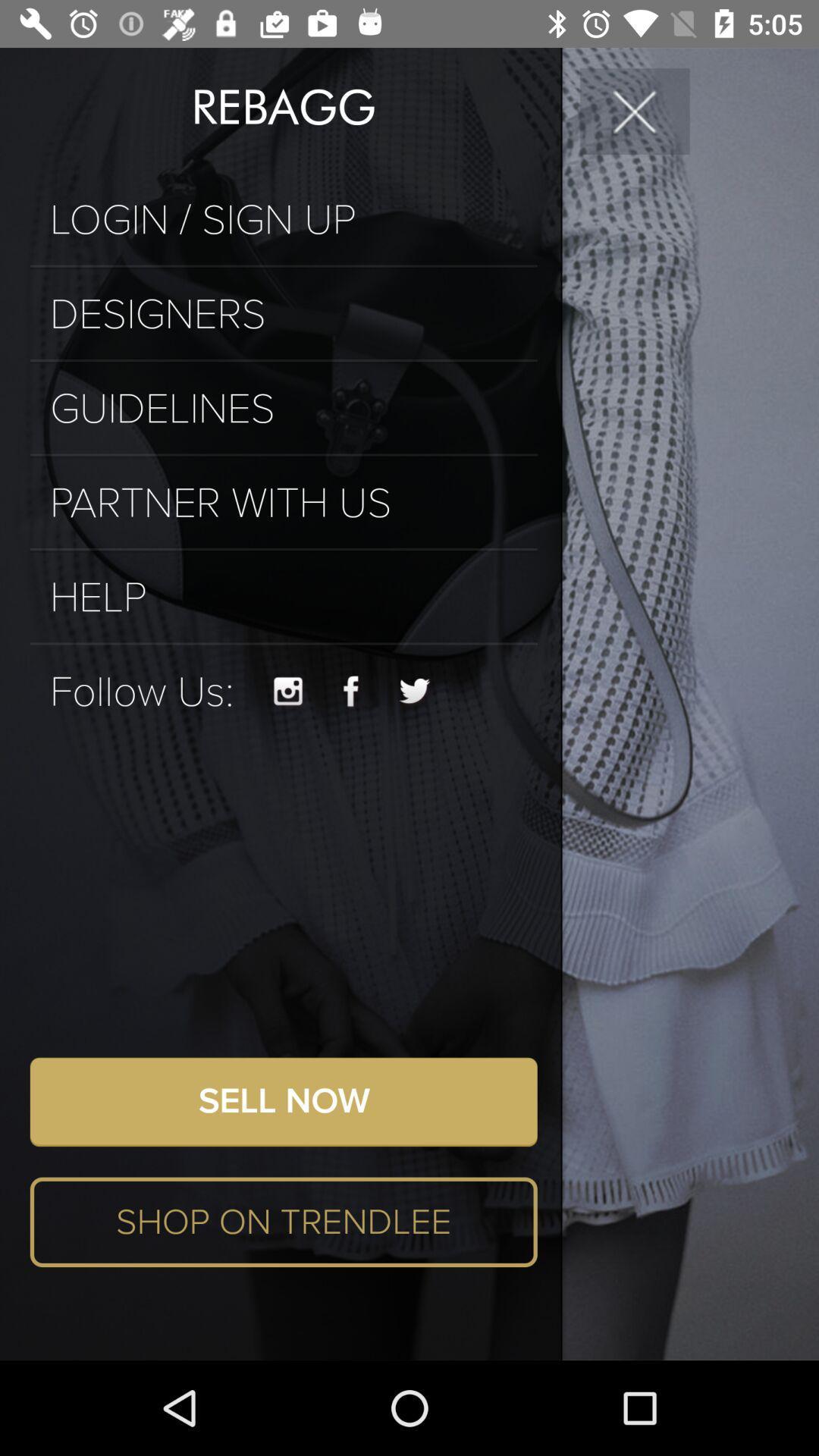 The image size is (819, 1456). What do you see at coordinates (415, 691) in the screenshot?
I see `this is twitter icon` at bounding box center [415, 691].